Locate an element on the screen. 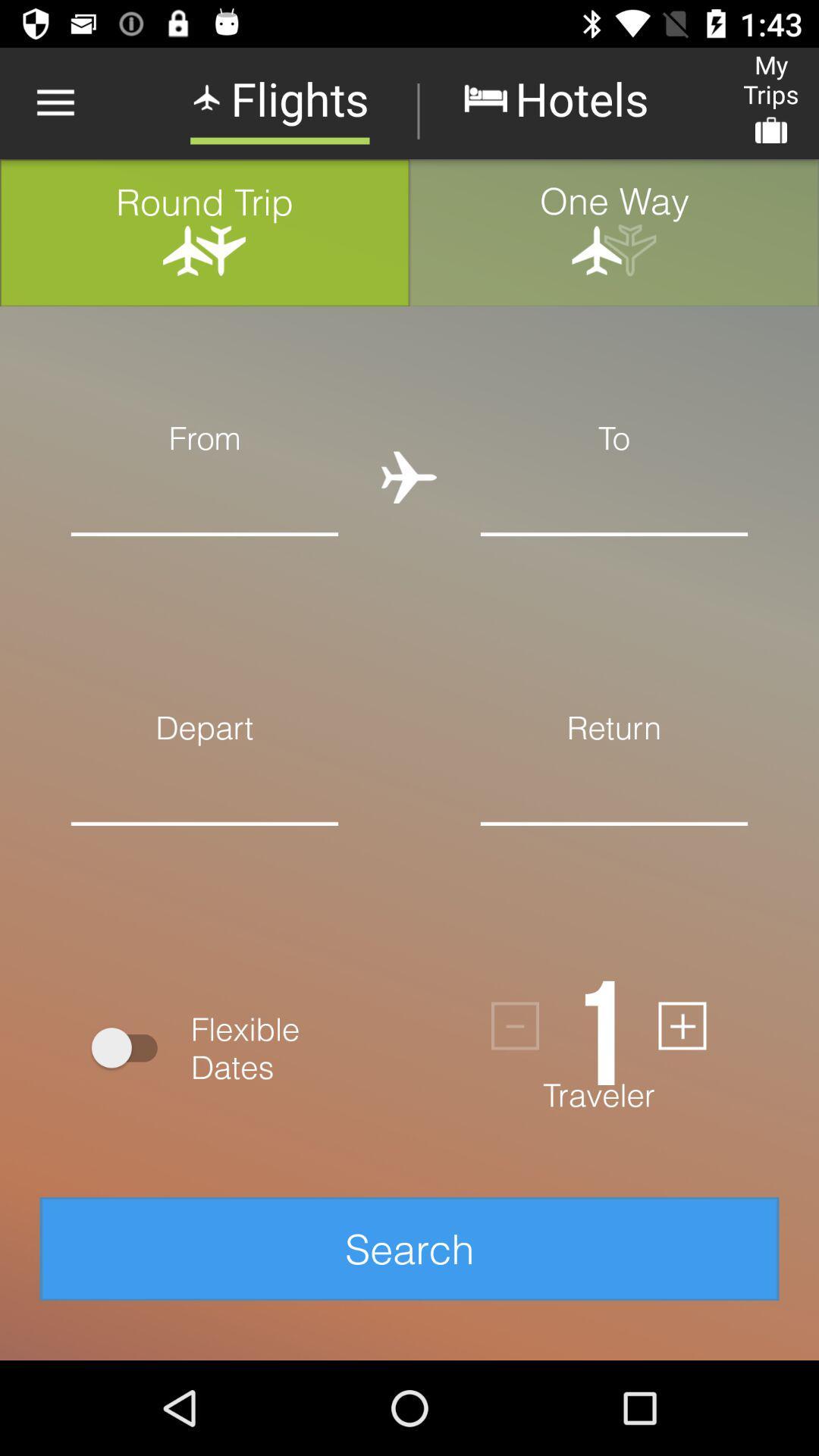 The height and width of the screenshot is (1456, 819). the item to the left of the flexible is located at coordinates (130, 1046).